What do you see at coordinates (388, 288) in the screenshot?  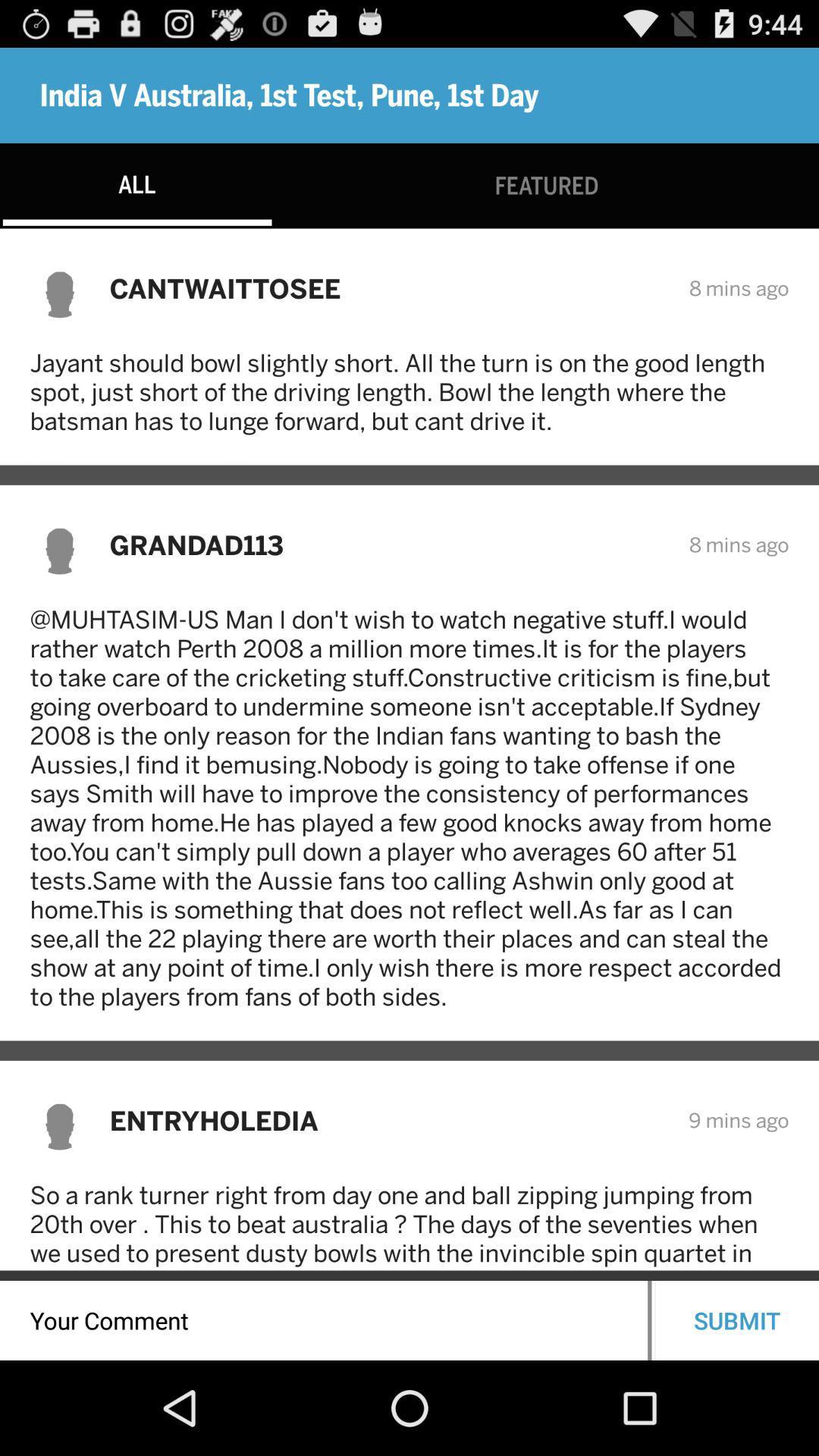 I see `the item to the left of 8 mins ago item` at bounding box center [388, 288].